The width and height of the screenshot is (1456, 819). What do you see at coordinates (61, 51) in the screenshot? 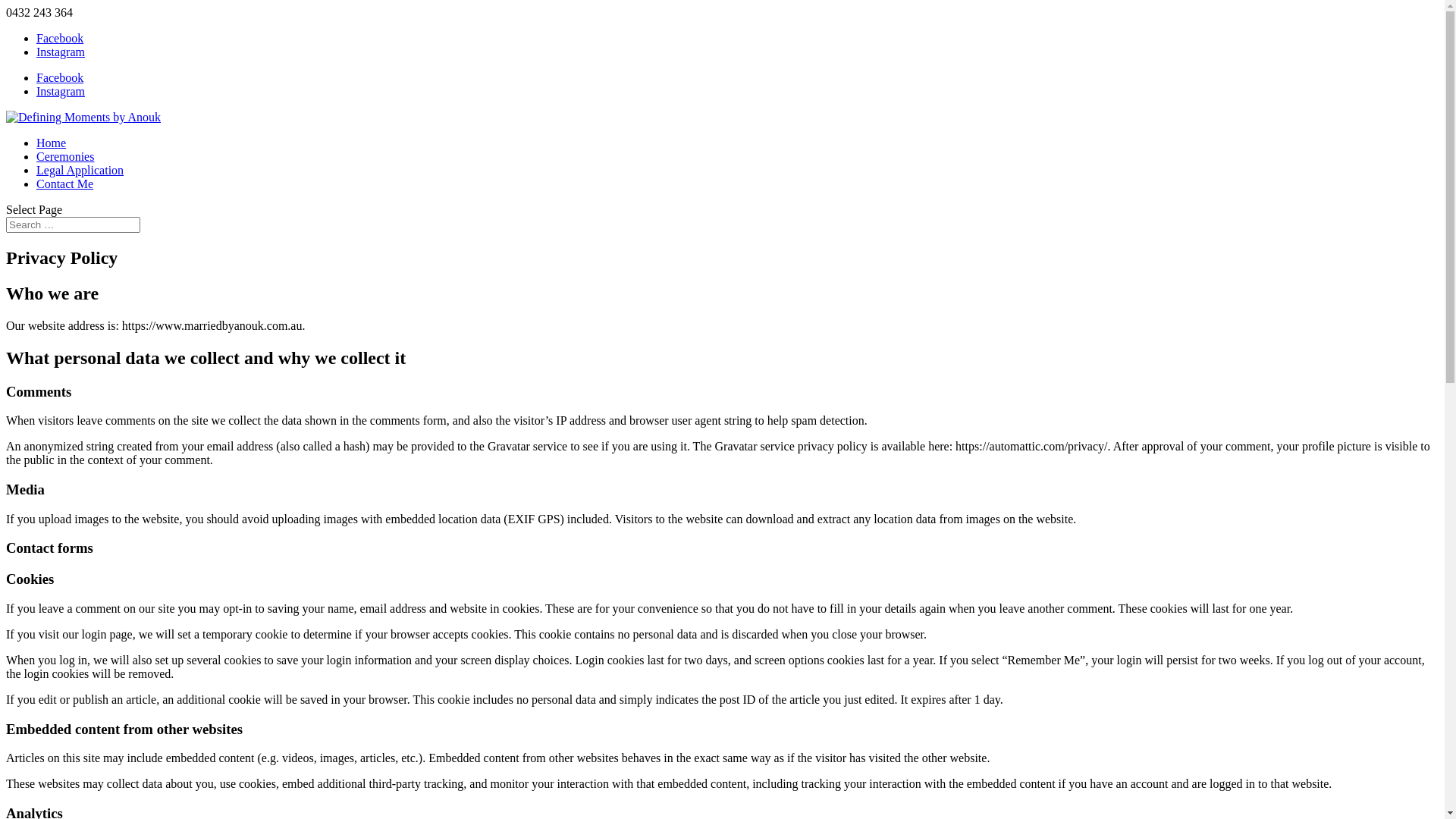
I see `'Instagram'` at bounding box center [61, 51].